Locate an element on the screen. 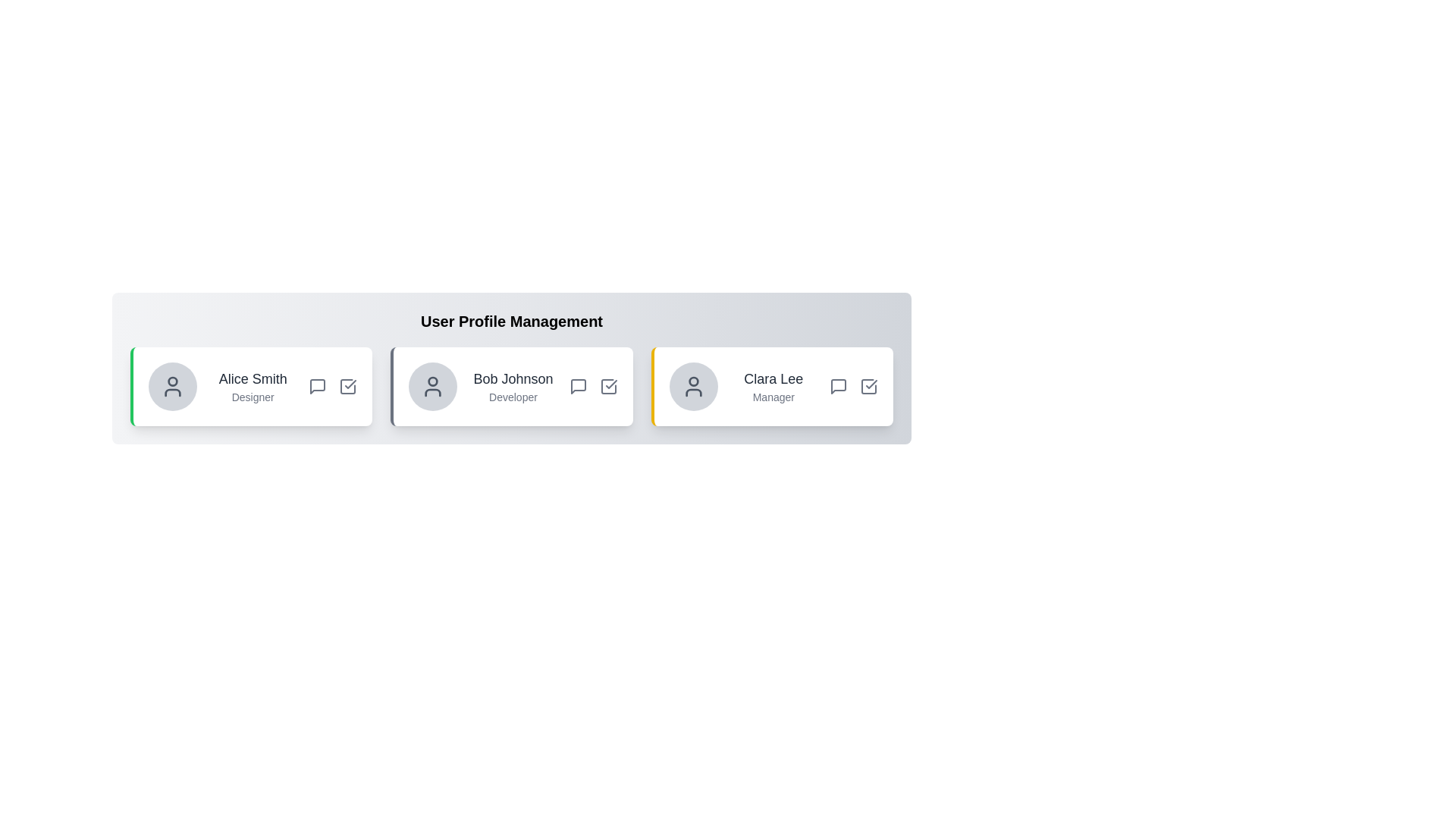  the Icon button located within the card for 'Alice Smith Designer', positioned right of the text 'Designer' and left of an edit icon is located at coordinates (317, 385).